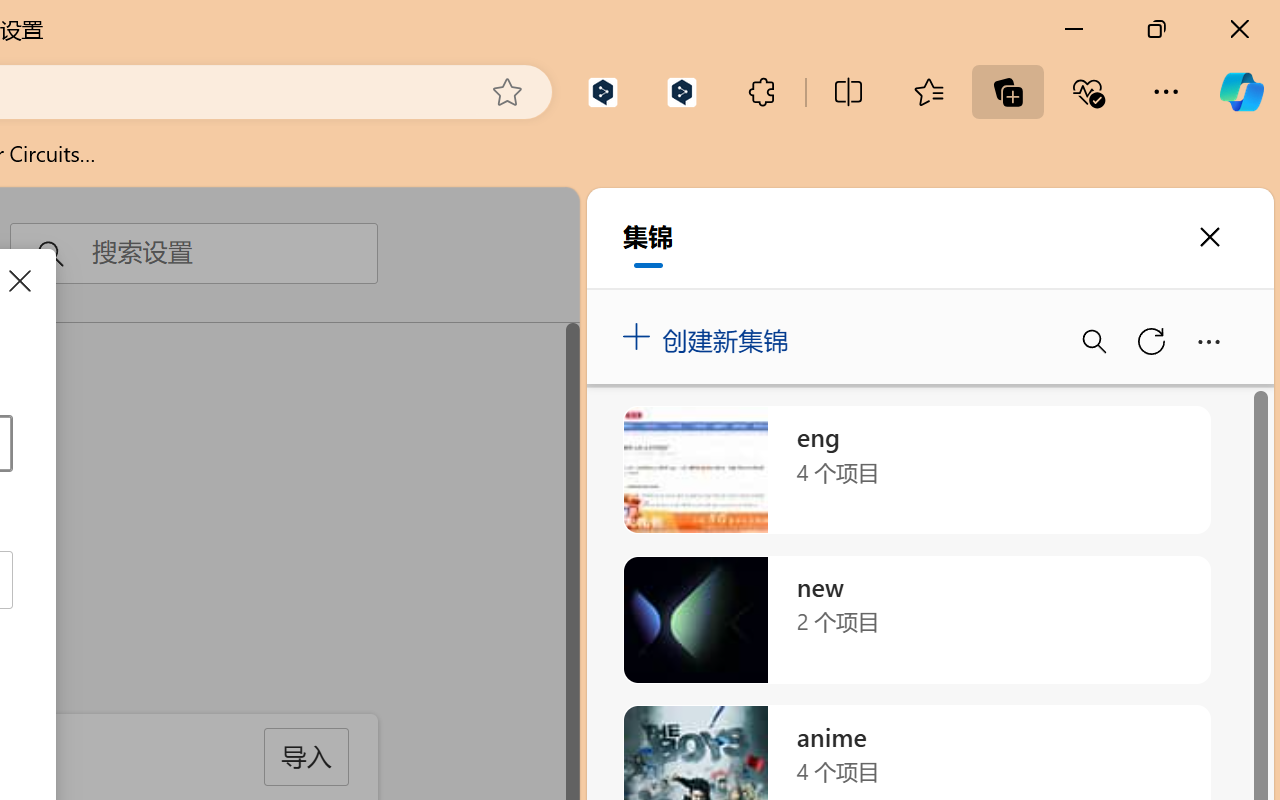 The image size is (1280, 800). Describe the element at coordinates (1240, 91) in the screenshot. I see `'Copilot (Ctrl+Shift+.)'` at that location.